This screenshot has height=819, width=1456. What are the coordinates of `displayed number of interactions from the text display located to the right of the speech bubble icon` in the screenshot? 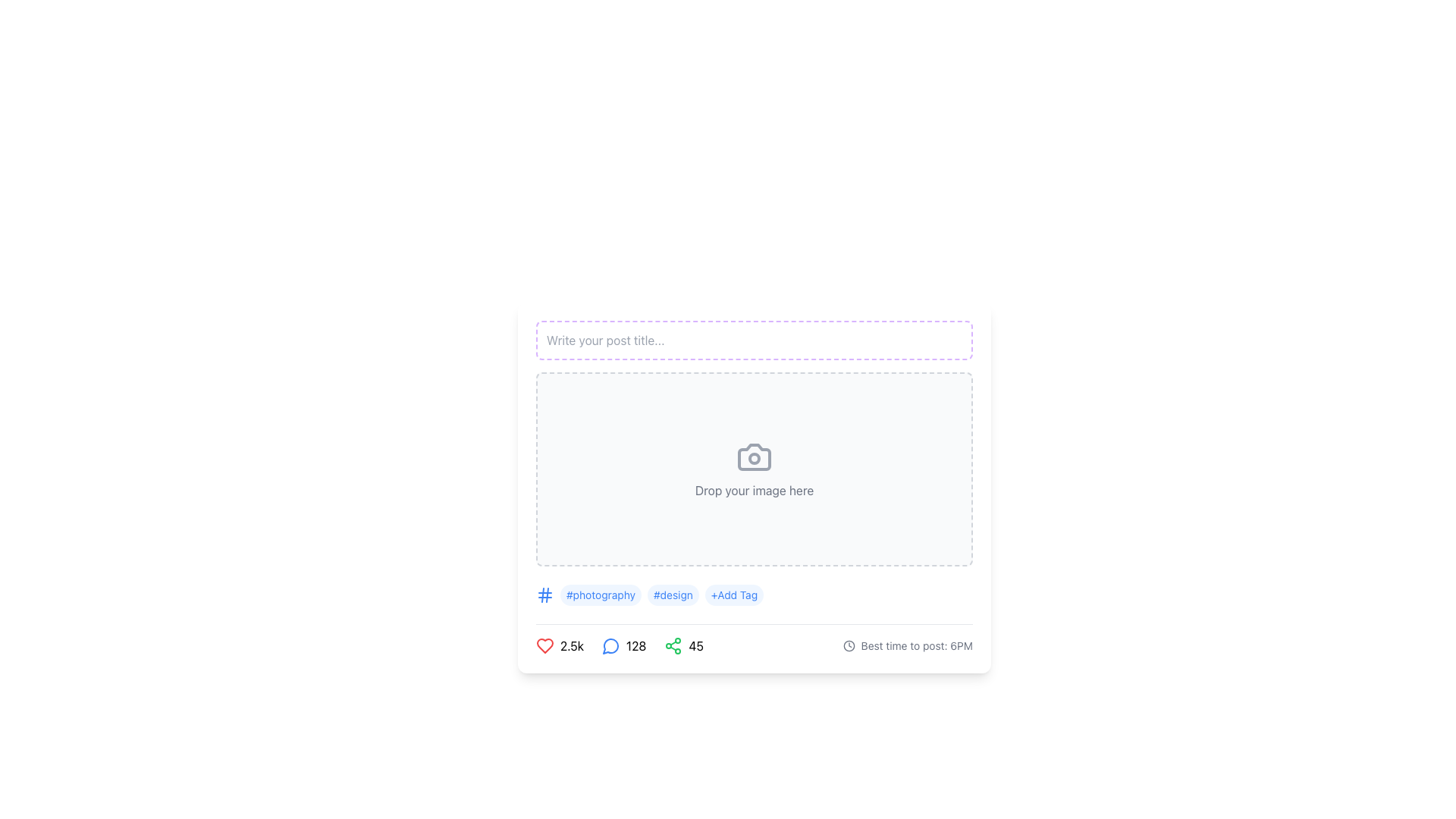 It's located at (636, 646).